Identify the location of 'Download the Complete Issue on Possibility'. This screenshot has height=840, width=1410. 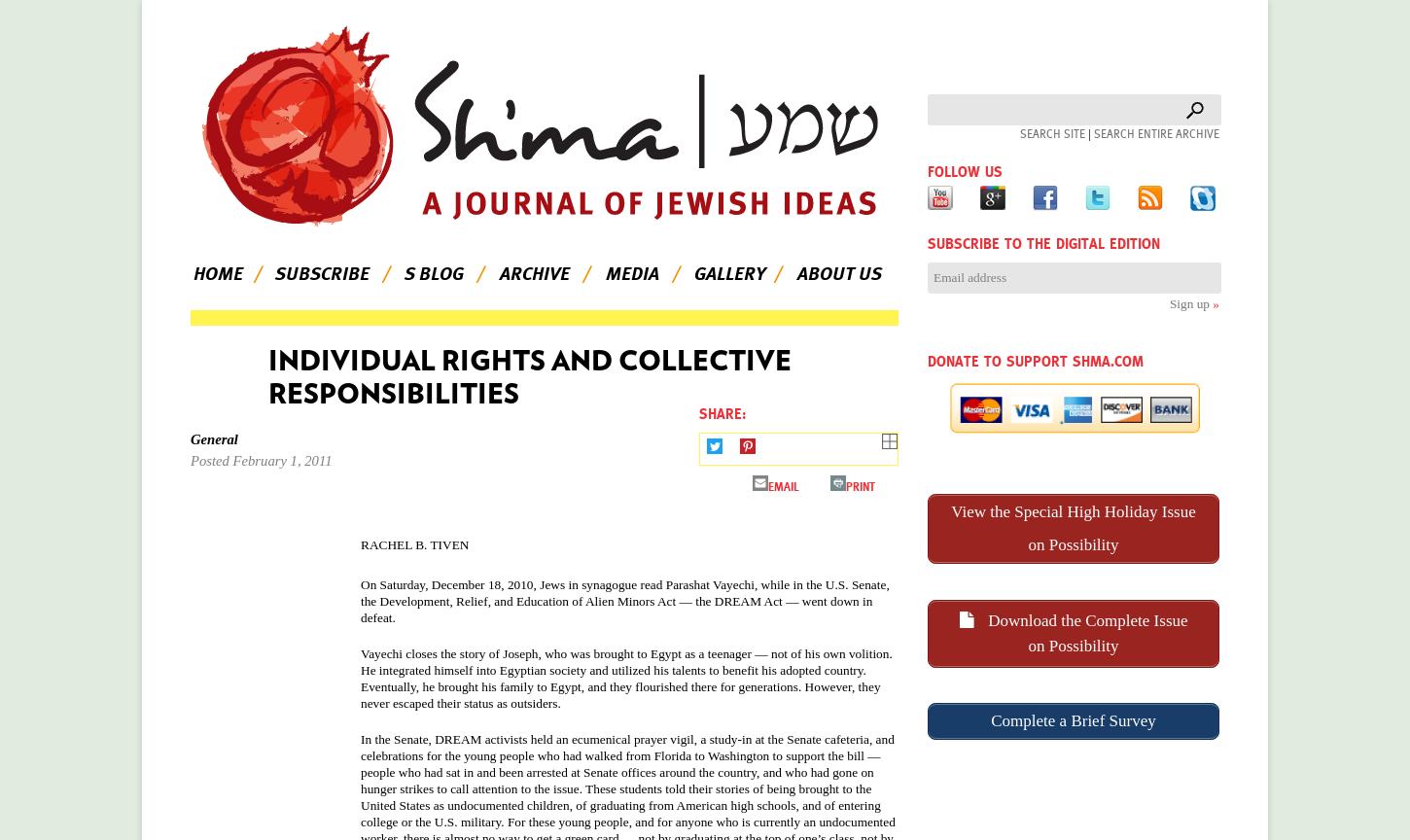
(1084, 632).